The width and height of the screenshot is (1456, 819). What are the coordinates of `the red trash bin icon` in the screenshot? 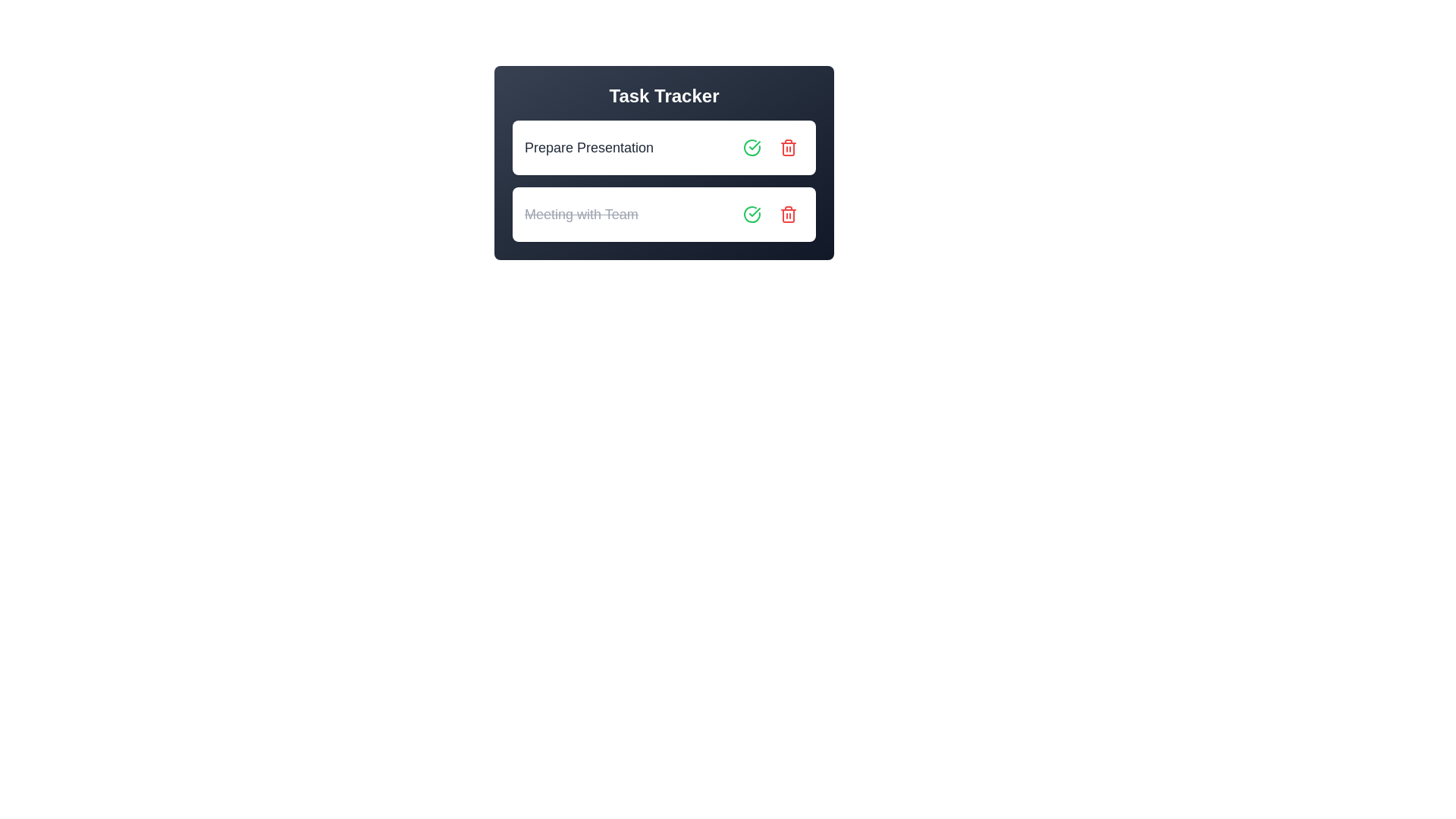 It's located at (789, 149).